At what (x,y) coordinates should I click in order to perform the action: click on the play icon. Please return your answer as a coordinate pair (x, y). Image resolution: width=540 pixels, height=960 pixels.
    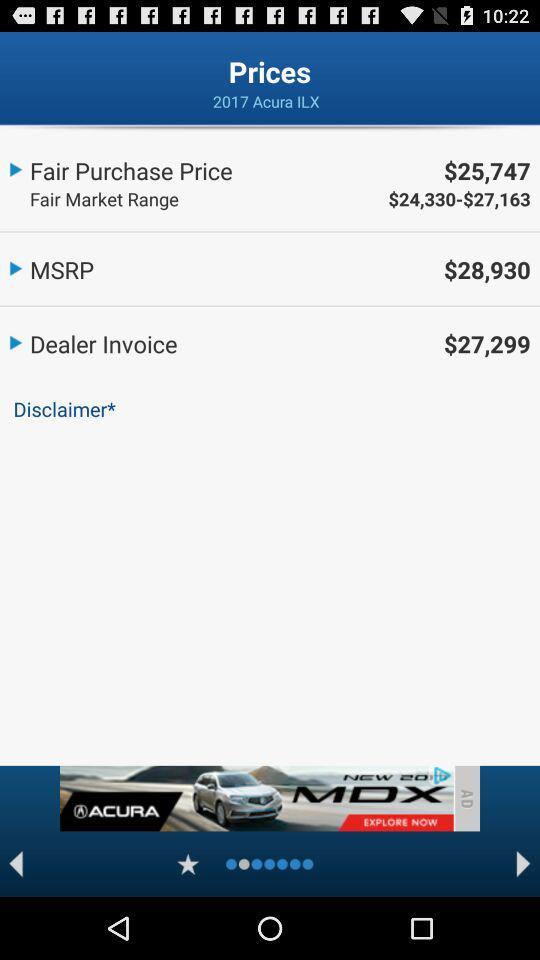
    Looking at the image, I should click on (523, 924).